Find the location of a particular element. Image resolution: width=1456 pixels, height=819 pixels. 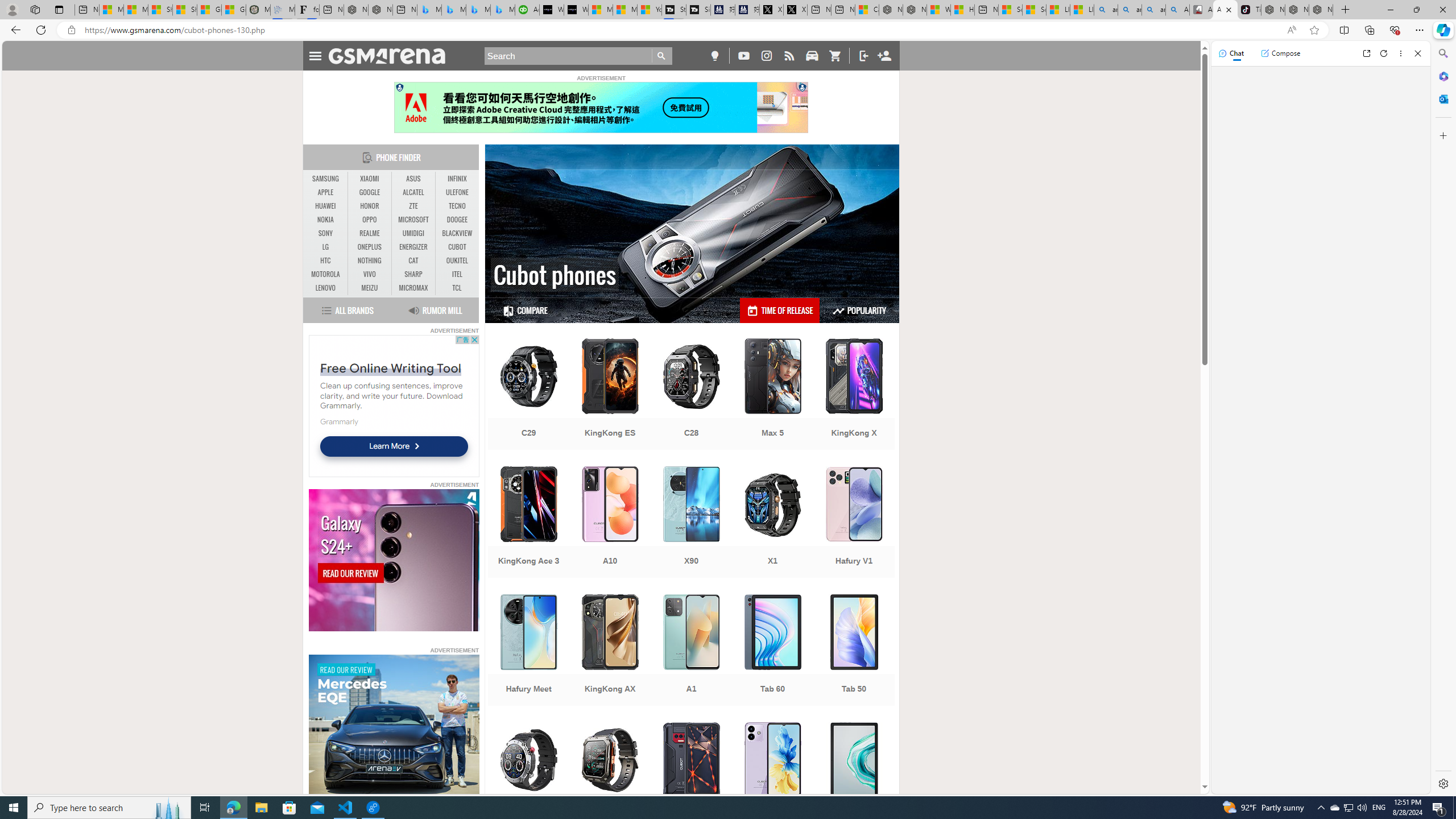

'TECNO' is located at coordinates (457, 205).